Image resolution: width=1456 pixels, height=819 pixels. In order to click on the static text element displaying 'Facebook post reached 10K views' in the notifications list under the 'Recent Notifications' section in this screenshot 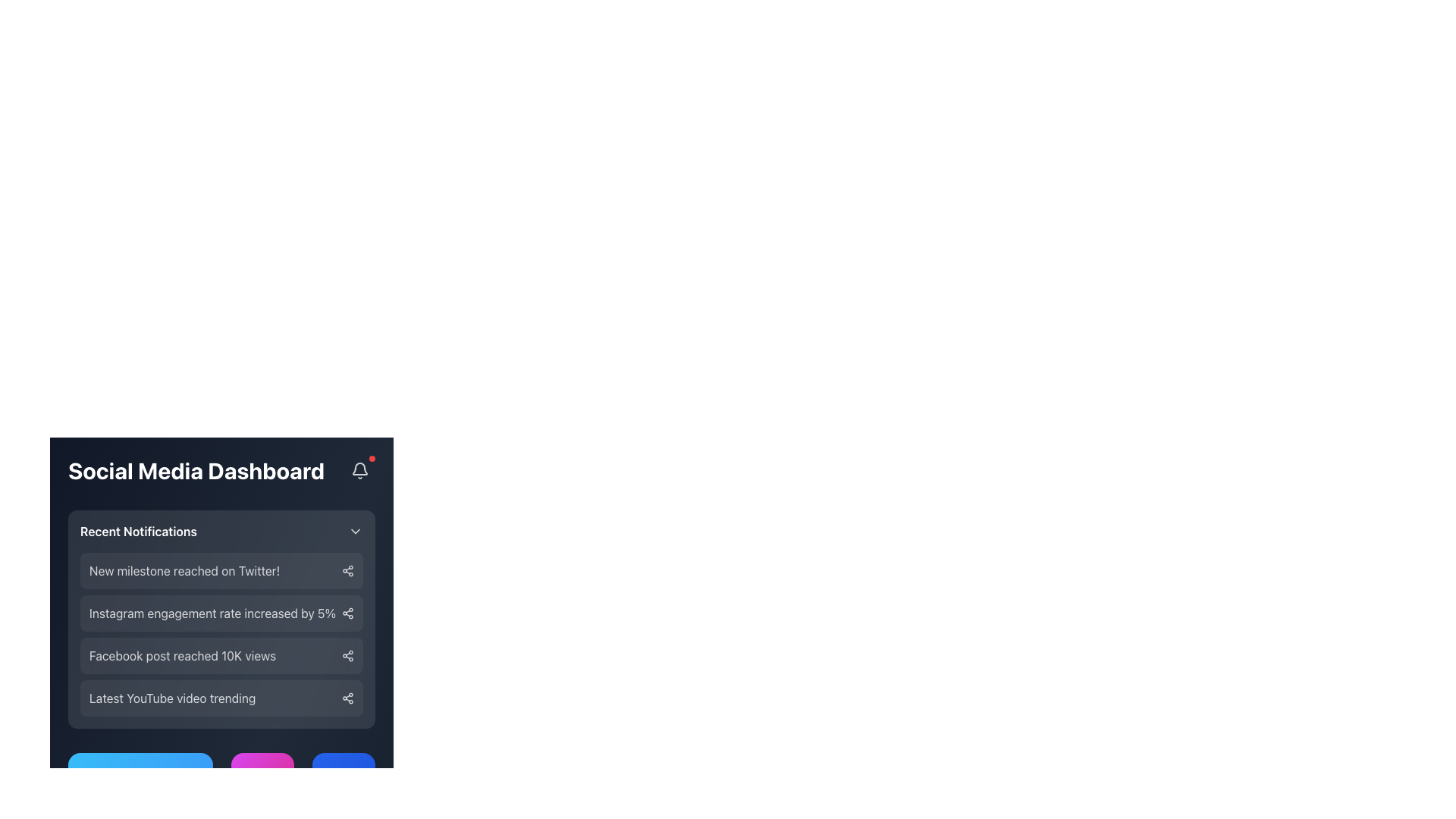, I will do `click(182, 654)`.